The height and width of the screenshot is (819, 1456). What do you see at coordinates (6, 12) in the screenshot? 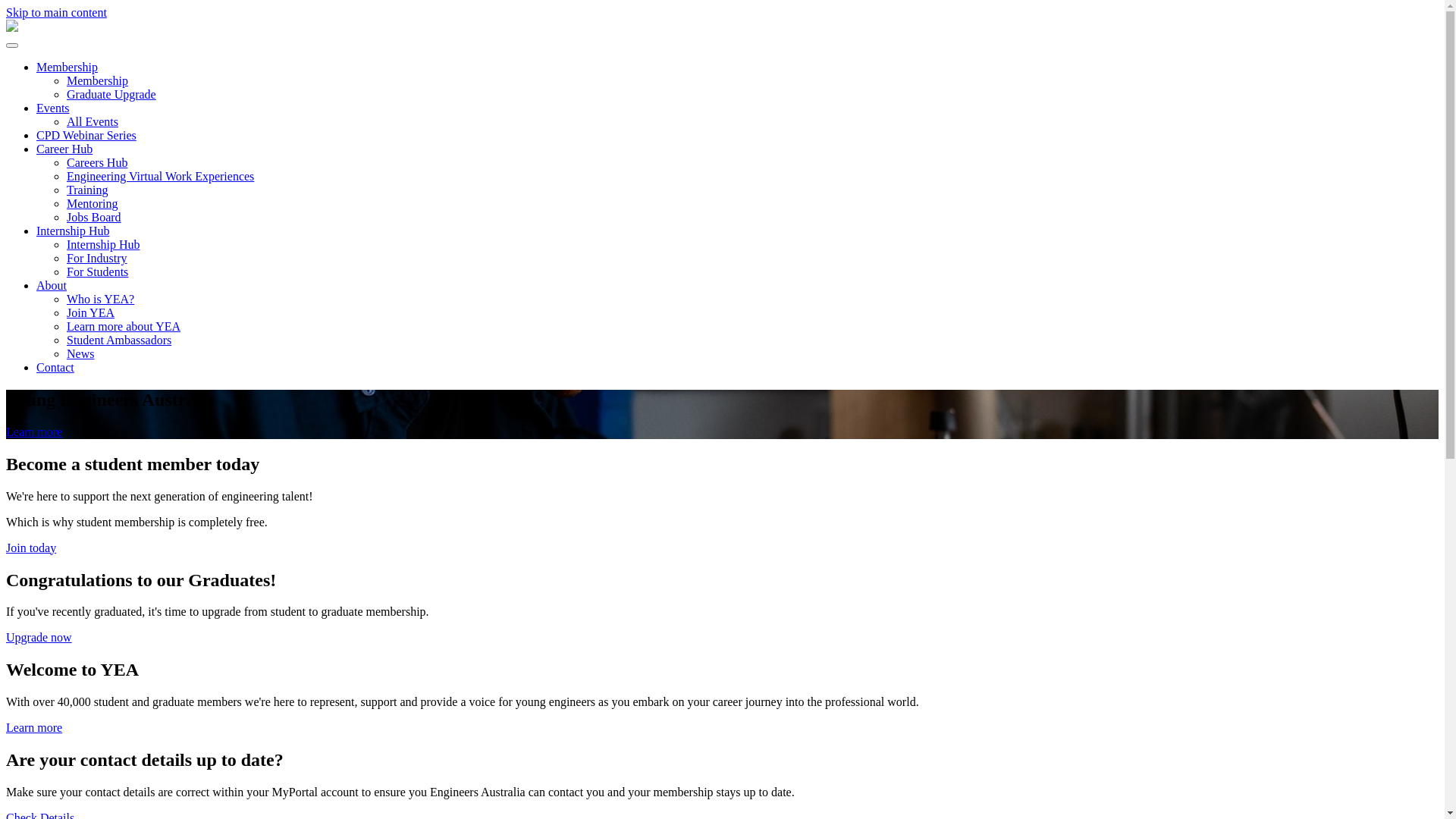
I see `'Skip to main content'` at bounding box center [6, 12].